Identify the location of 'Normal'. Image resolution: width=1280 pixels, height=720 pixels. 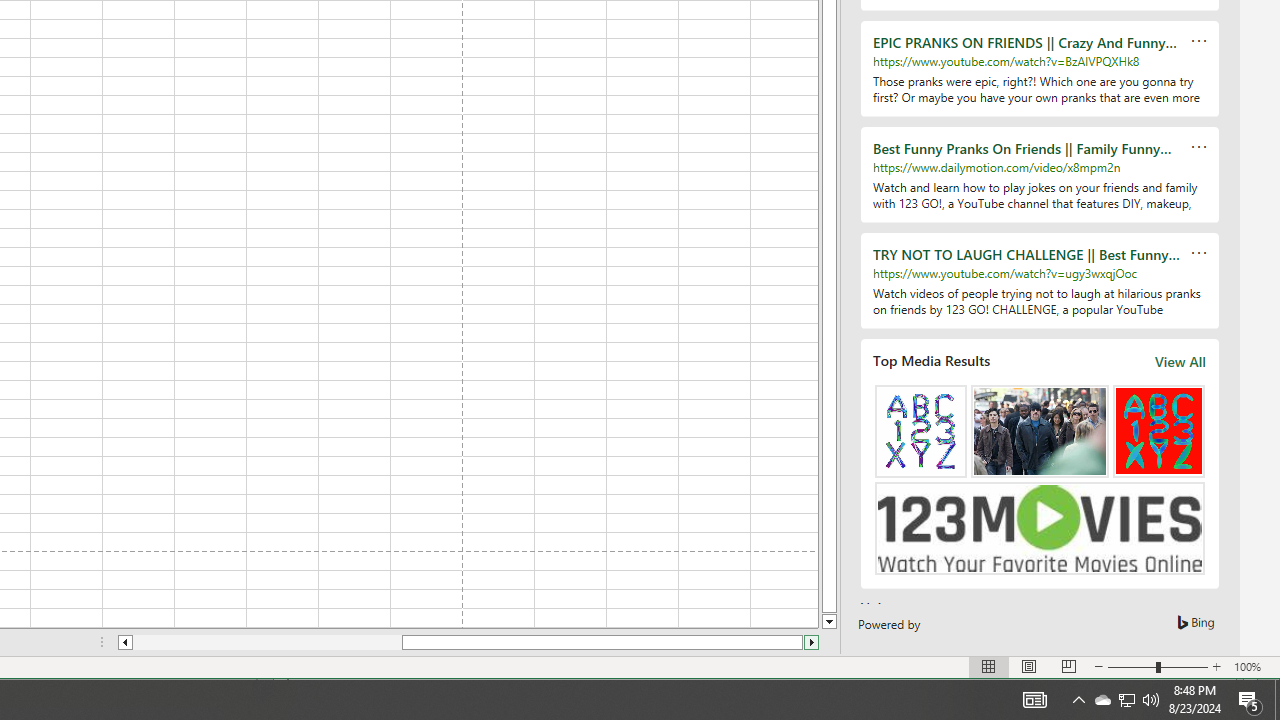
(988, 667).